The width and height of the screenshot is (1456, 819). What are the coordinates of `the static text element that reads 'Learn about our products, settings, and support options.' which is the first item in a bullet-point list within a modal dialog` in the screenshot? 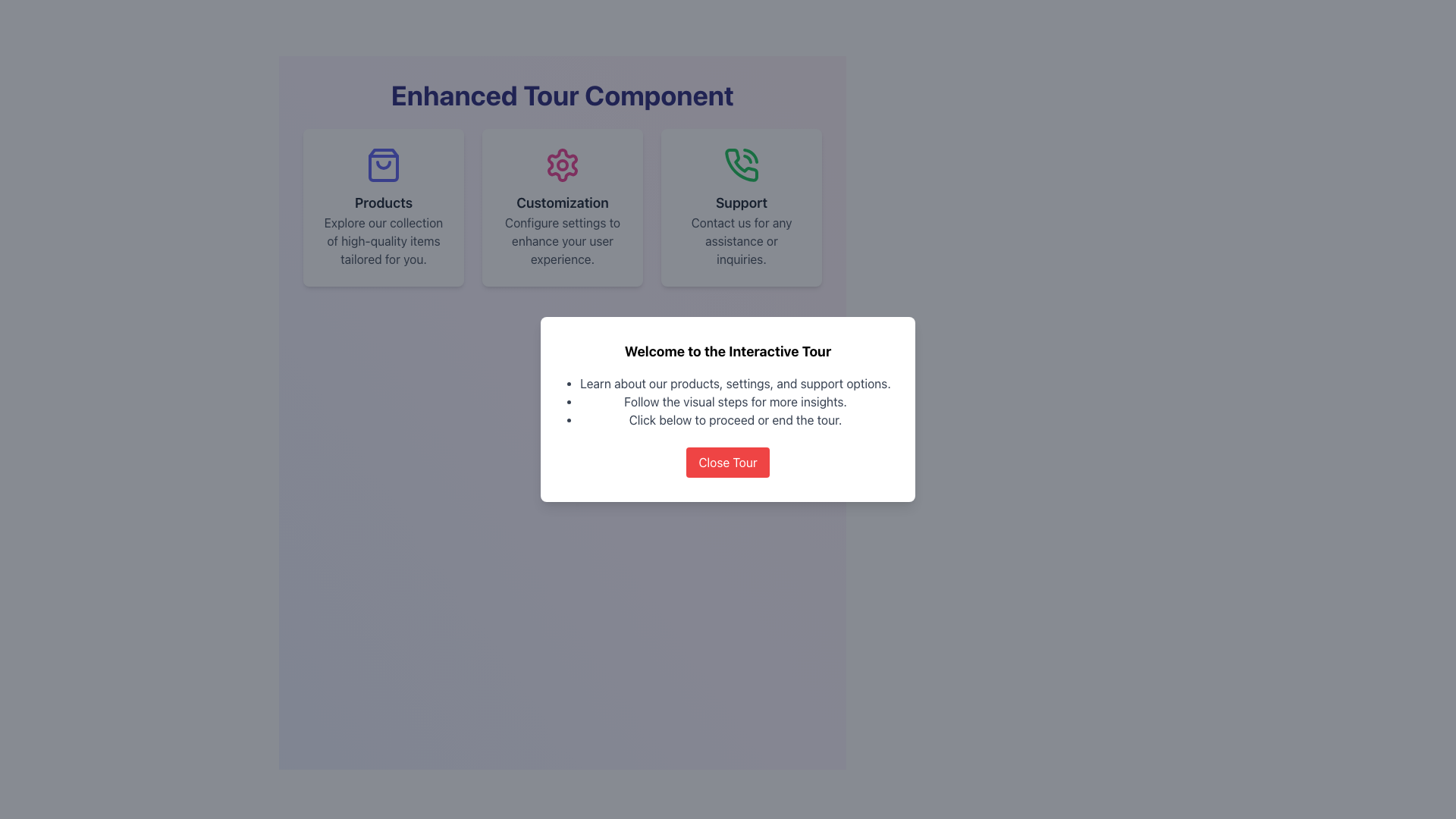 It's located at (735, 382).